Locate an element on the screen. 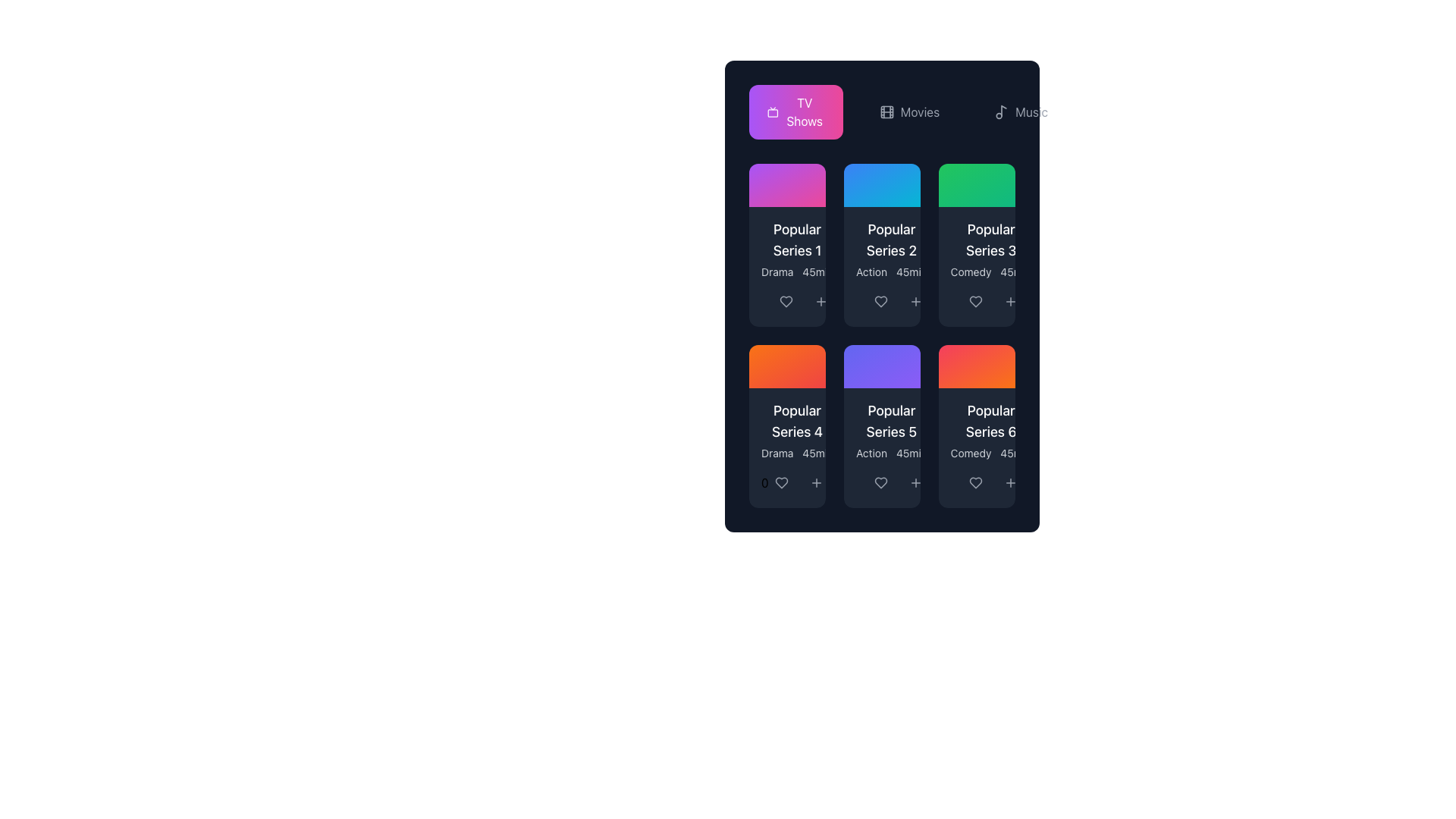  the heart icon button in the 'Popular Series 5' section is located at coordinates (880, 482).